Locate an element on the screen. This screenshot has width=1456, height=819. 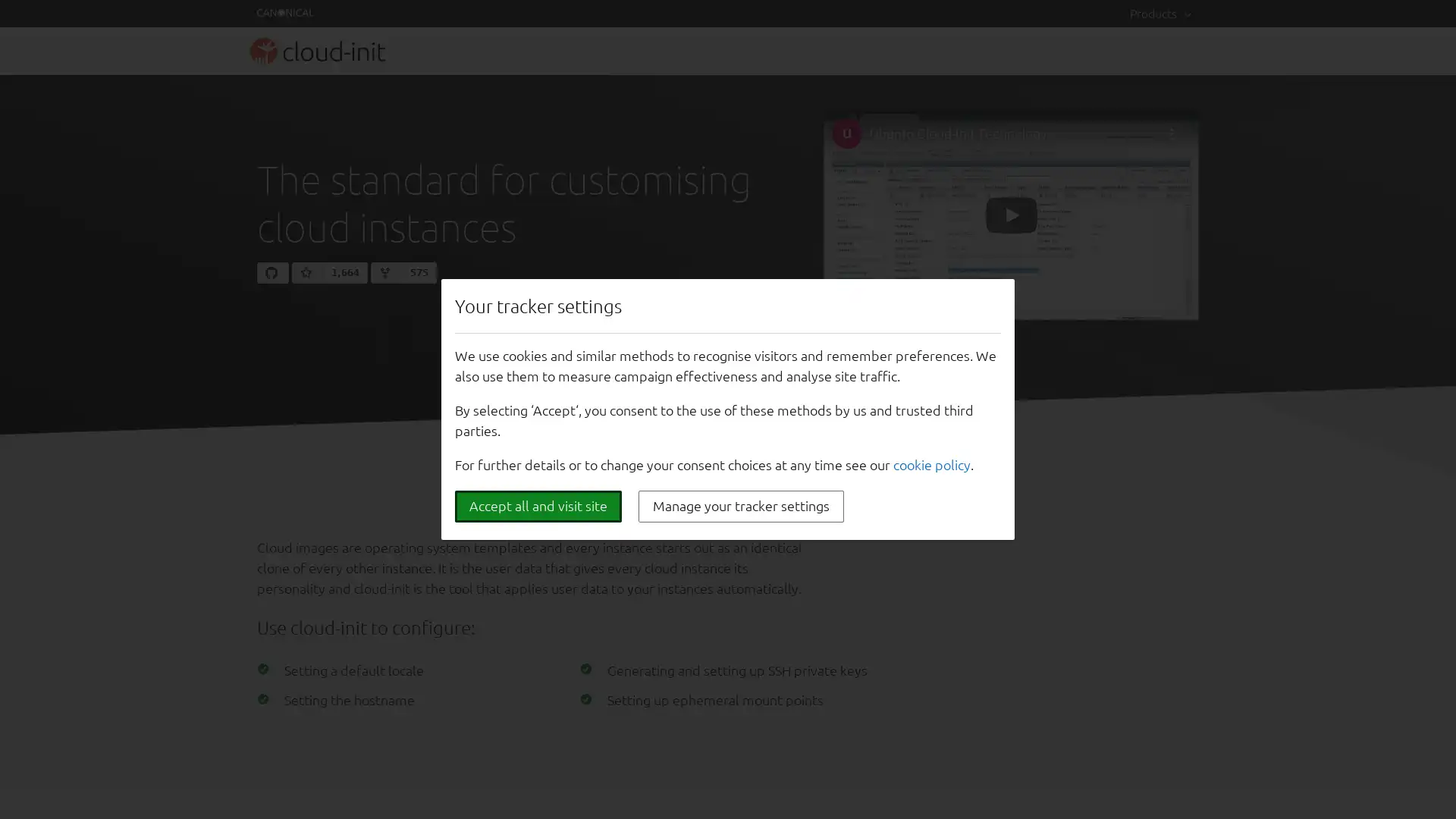
Accept all and visit site is located at coordinates (538, 506).